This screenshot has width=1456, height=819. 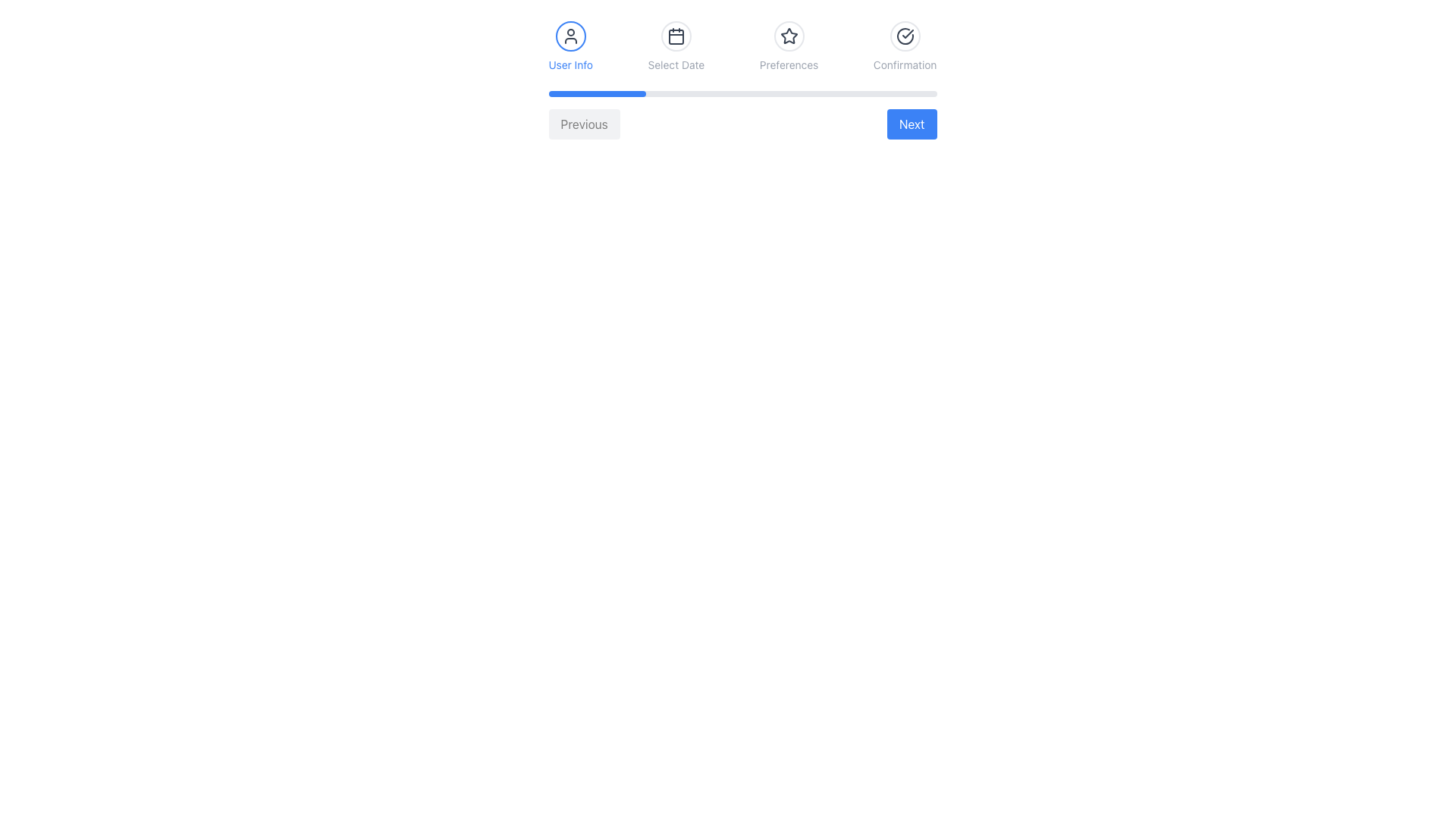 I want to click on the rectangular 'Next' button with a blue background and white text, located on the right side of the layout section, to proceed, so click(x=911, y=124).